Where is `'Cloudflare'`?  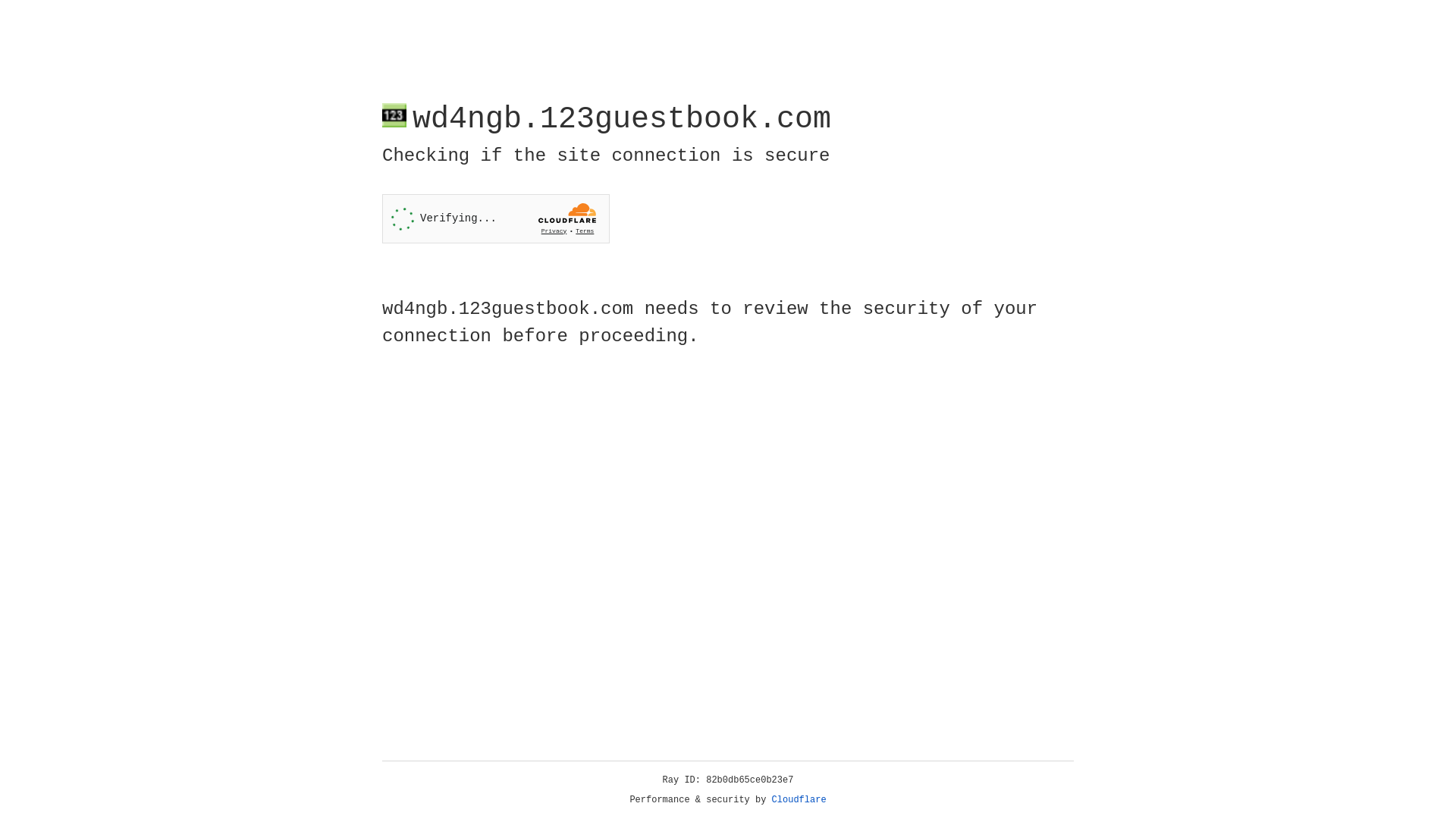
'Cloudflare' is located at coordinates (771, 799).